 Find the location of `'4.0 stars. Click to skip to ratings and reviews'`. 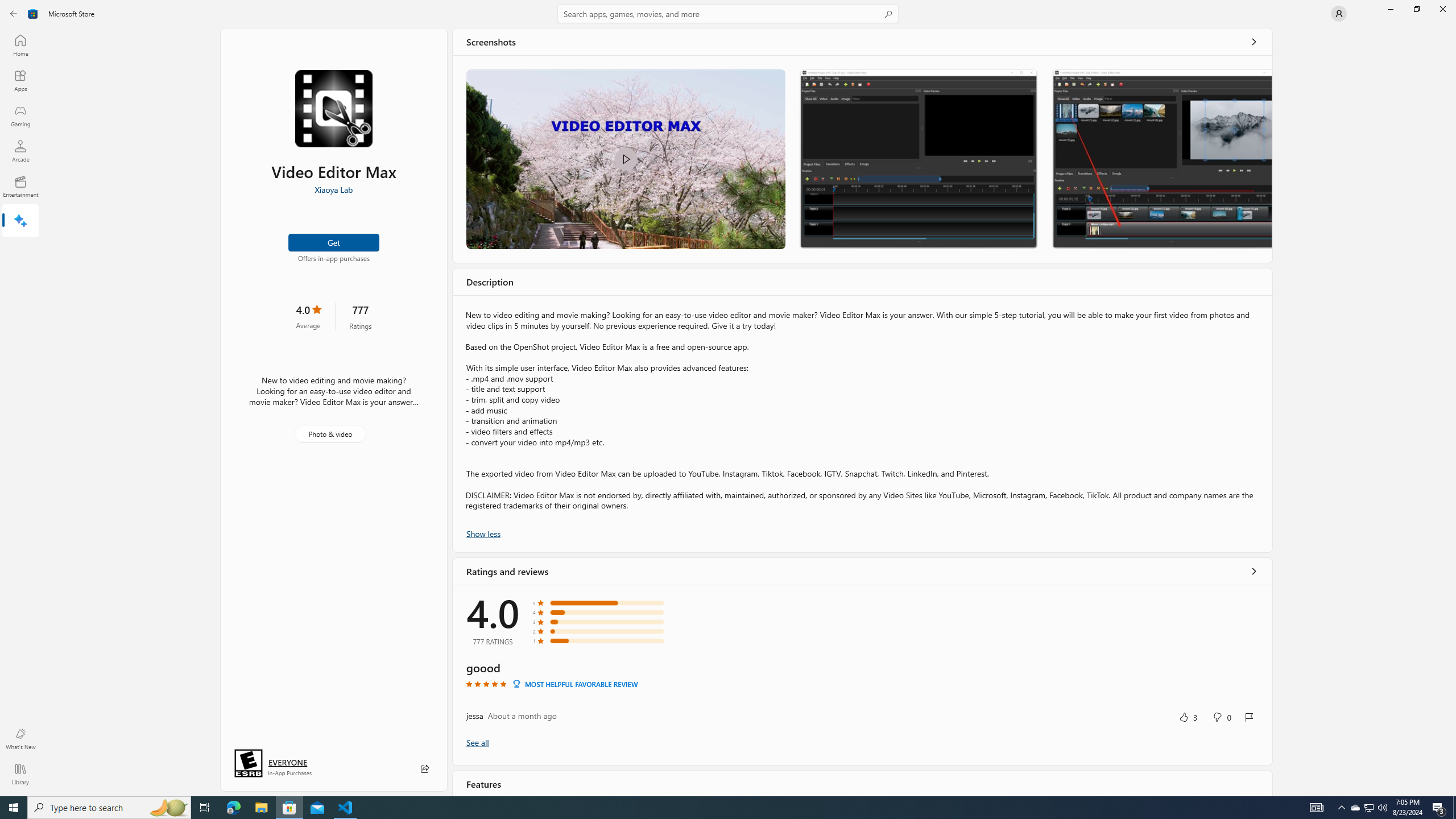

'4.0 stars. Click to skip to ratings and reviews' is located at coordinates (308, 316).